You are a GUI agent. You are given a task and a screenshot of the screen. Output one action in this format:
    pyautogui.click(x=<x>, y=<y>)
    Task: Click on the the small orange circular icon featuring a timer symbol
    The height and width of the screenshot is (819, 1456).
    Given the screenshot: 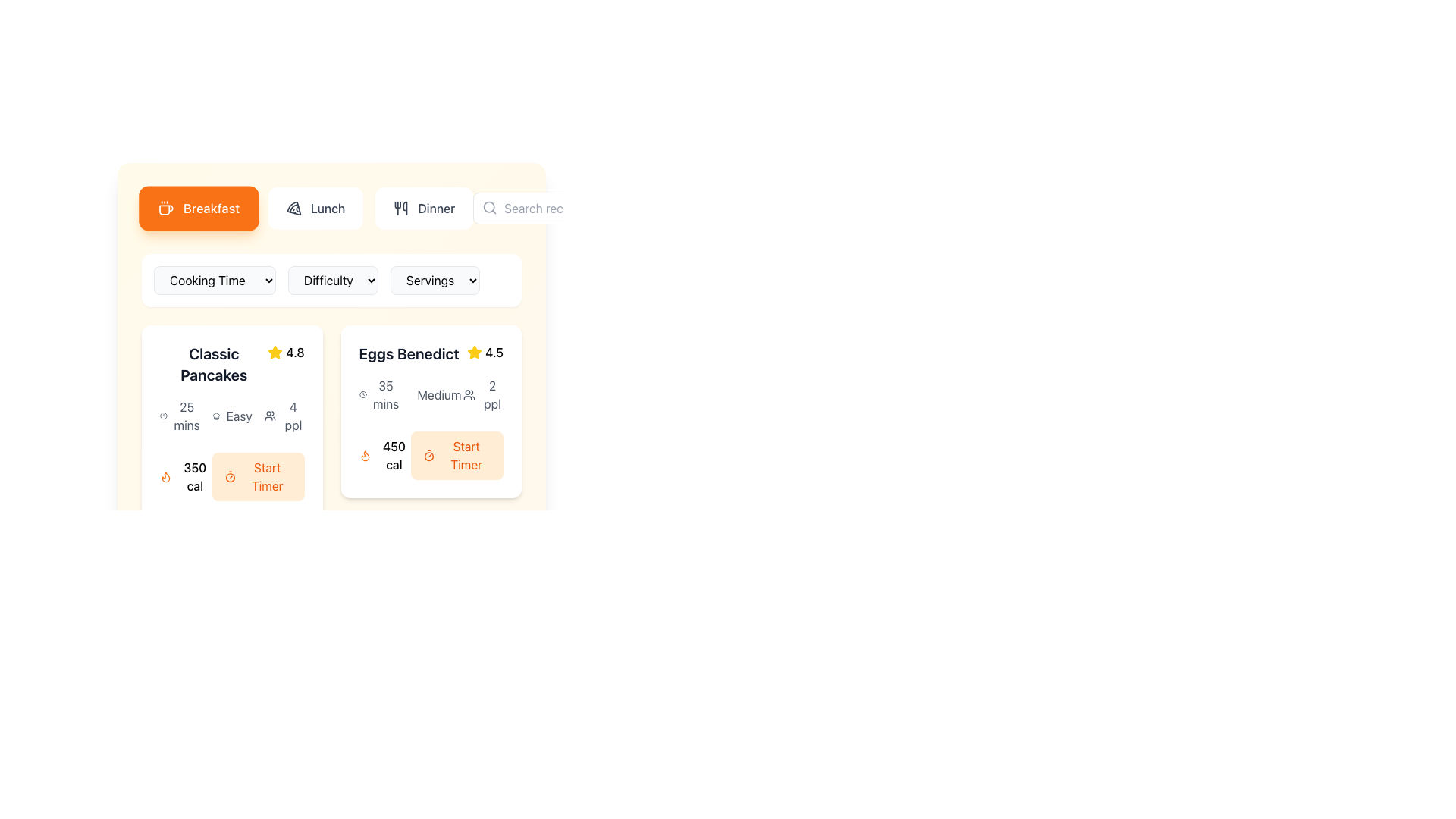 What is the action you would take?
    pyautogui.click(x=428, y=455)
    